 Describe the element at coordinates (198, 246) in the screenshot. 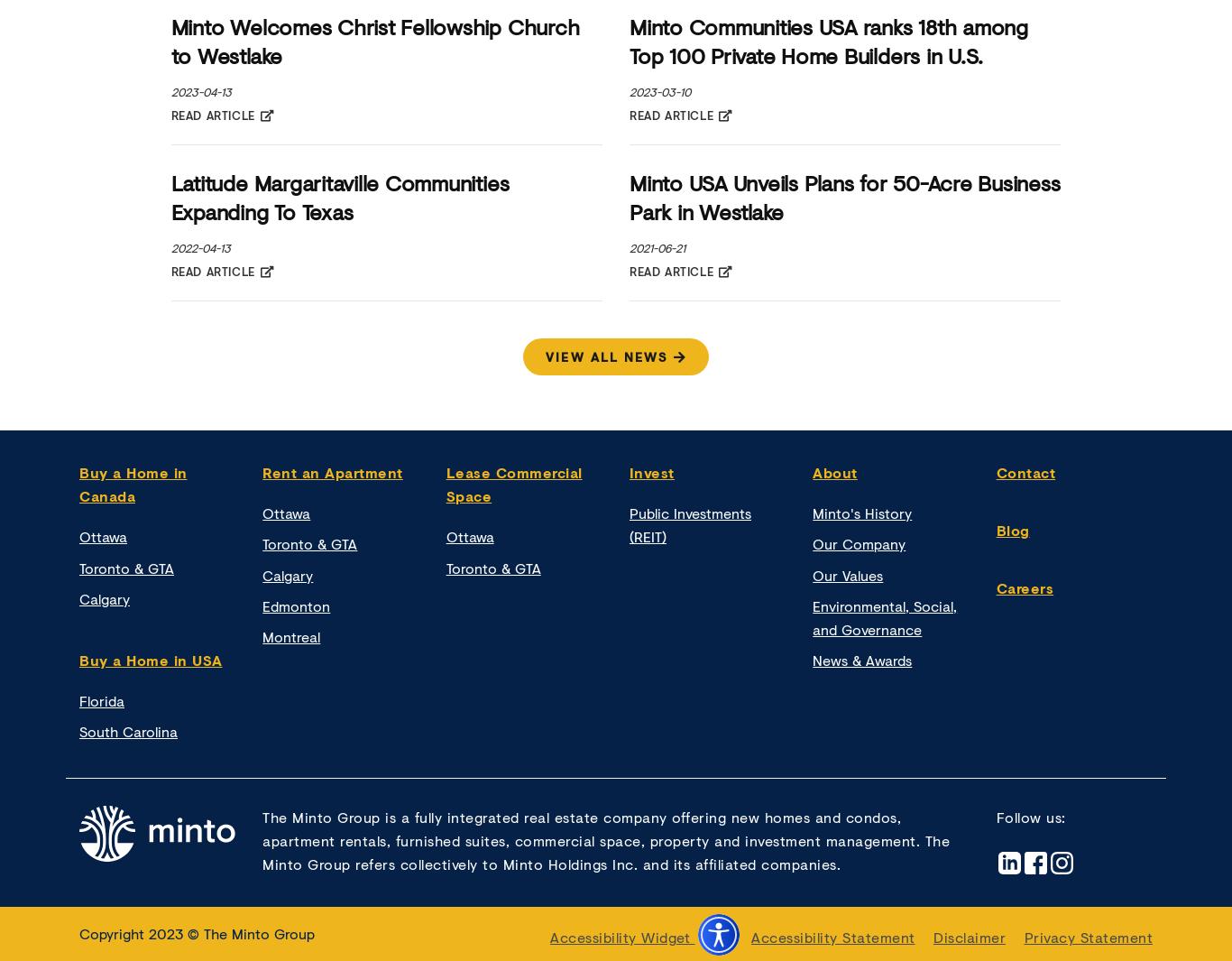

I see `'2022-04-13'` at that location.